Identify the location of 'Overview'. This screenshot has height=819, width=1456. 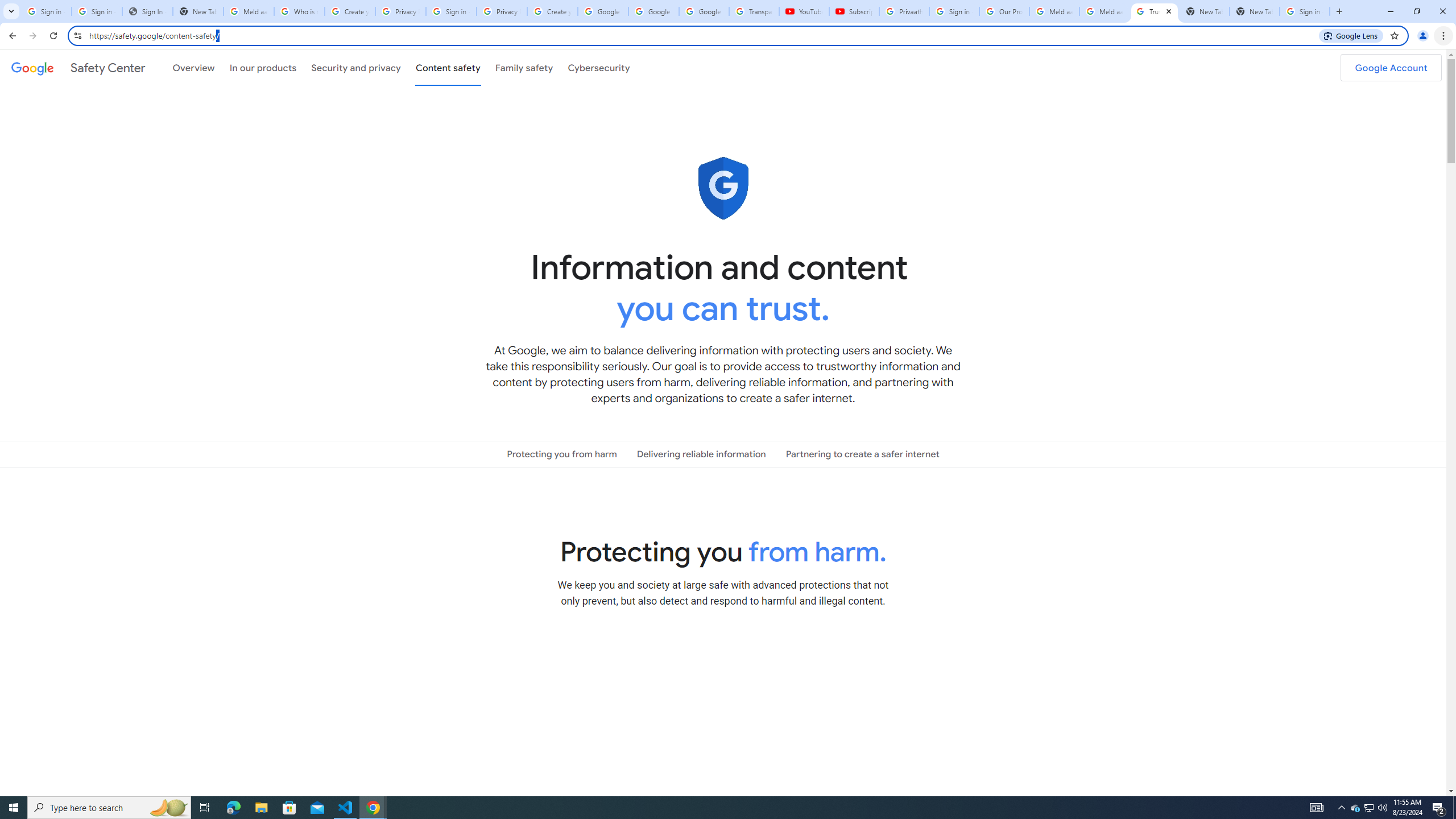
(193, 67).